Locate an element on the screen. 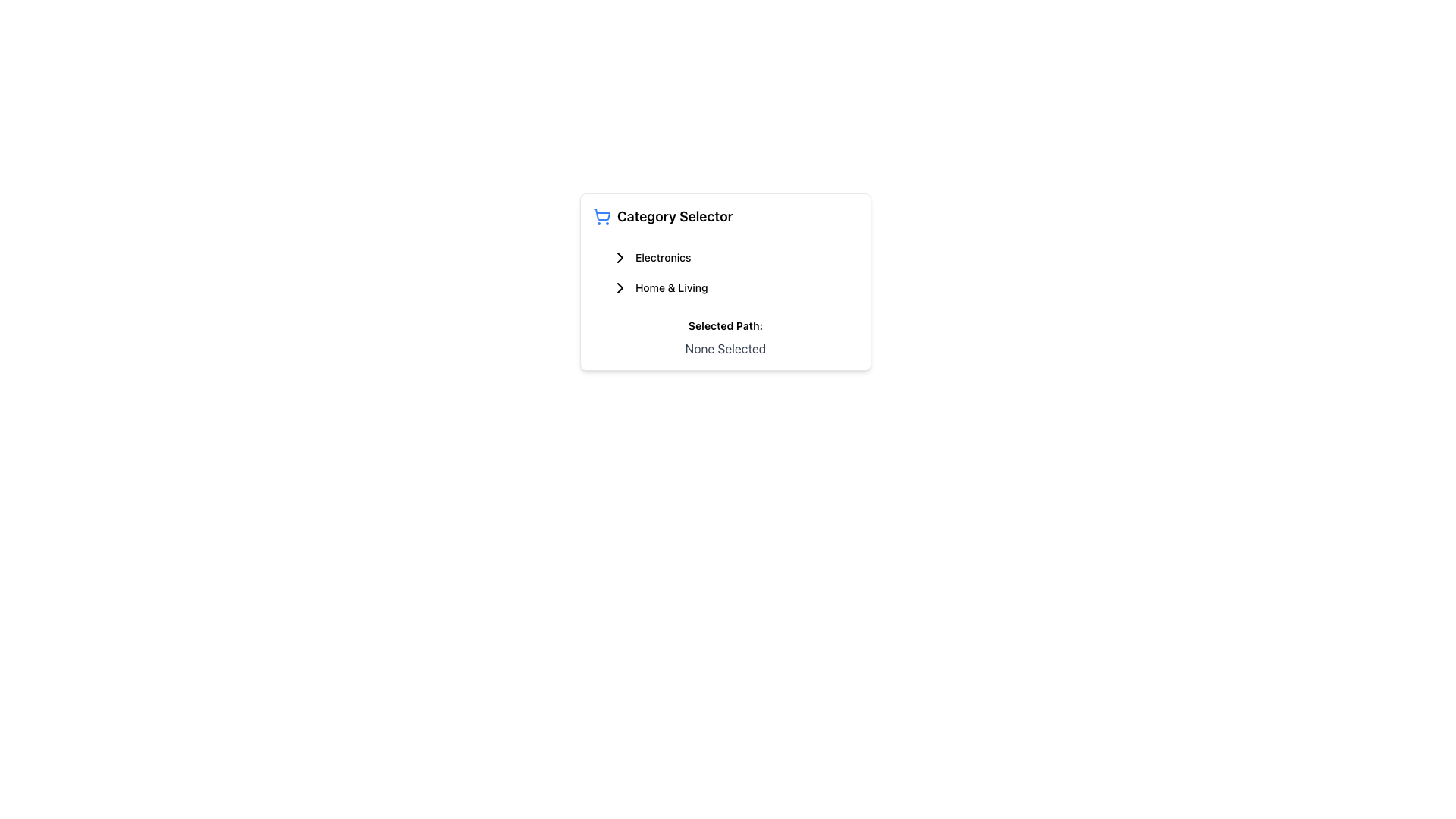  the rightward-pointing chevron icon next to the text 'Electronics' is located at coordinates (620, 256).